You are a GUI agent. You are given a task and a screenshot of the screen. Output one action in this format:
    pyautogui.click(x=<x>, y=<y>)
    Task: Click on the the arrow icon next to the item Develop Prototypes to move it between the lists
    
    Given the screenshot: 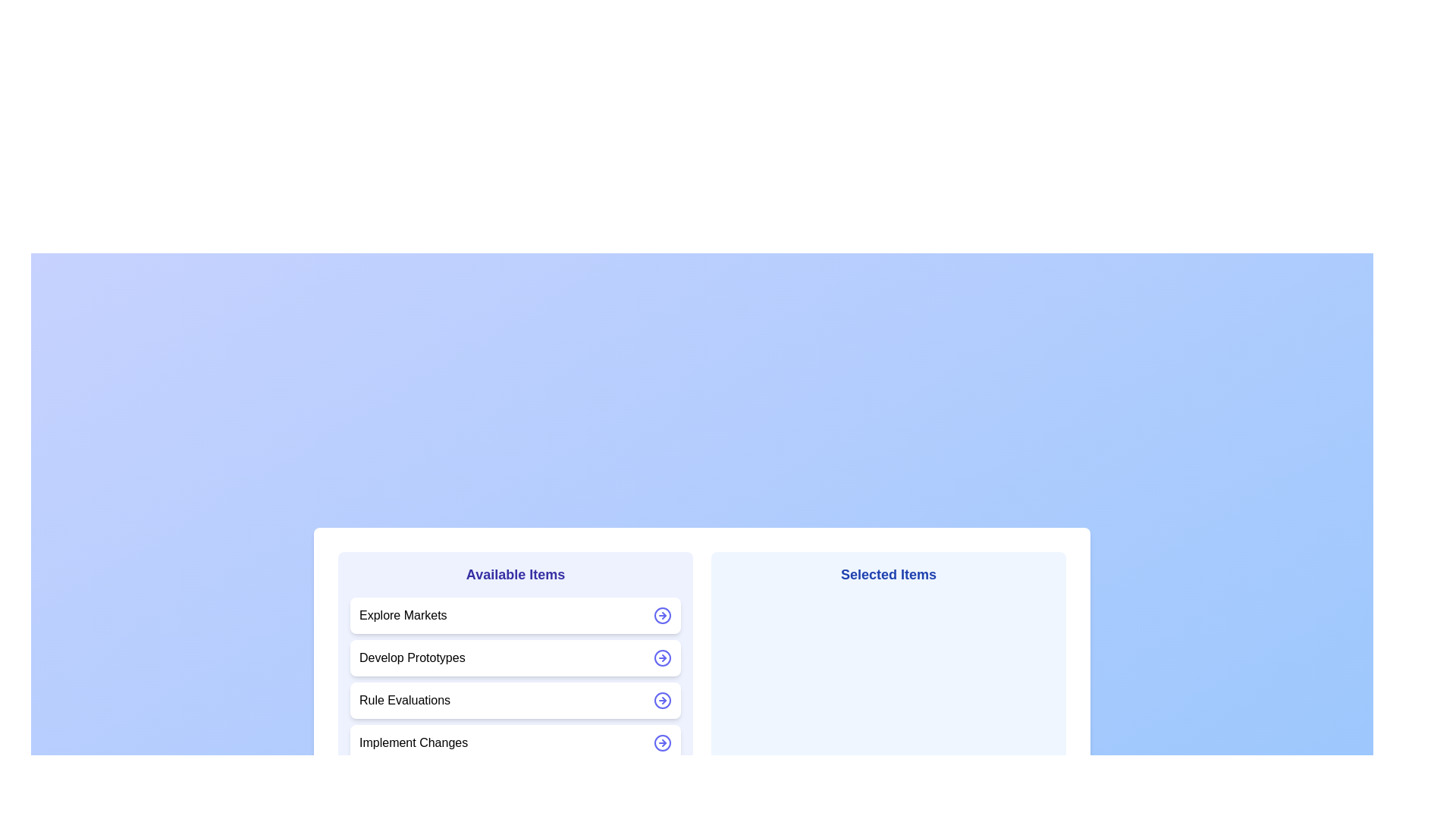 What is the action you would take?
    pyautogui.click(x=662, y=657)
    